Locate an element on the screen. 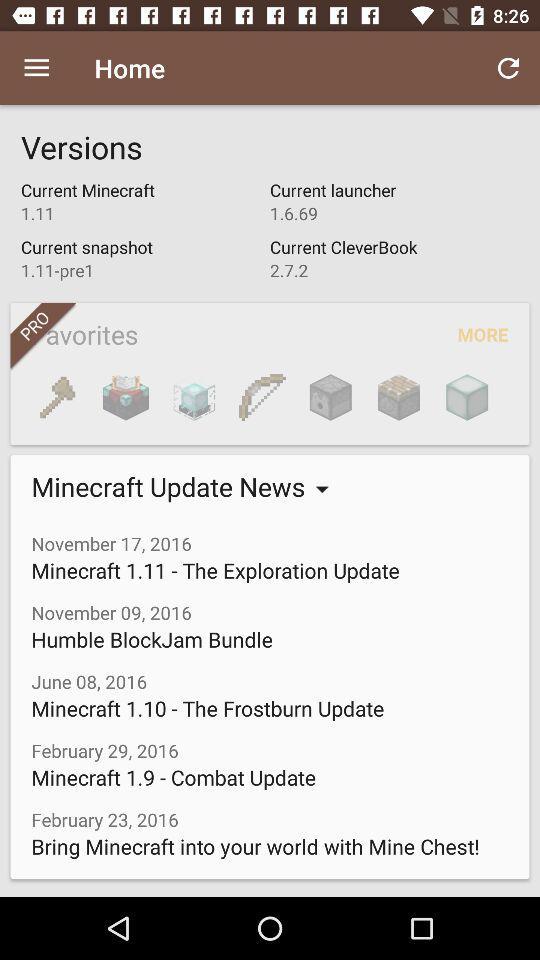  minecraft update news from the dropdown of the page is located at coordinates (172, 485).